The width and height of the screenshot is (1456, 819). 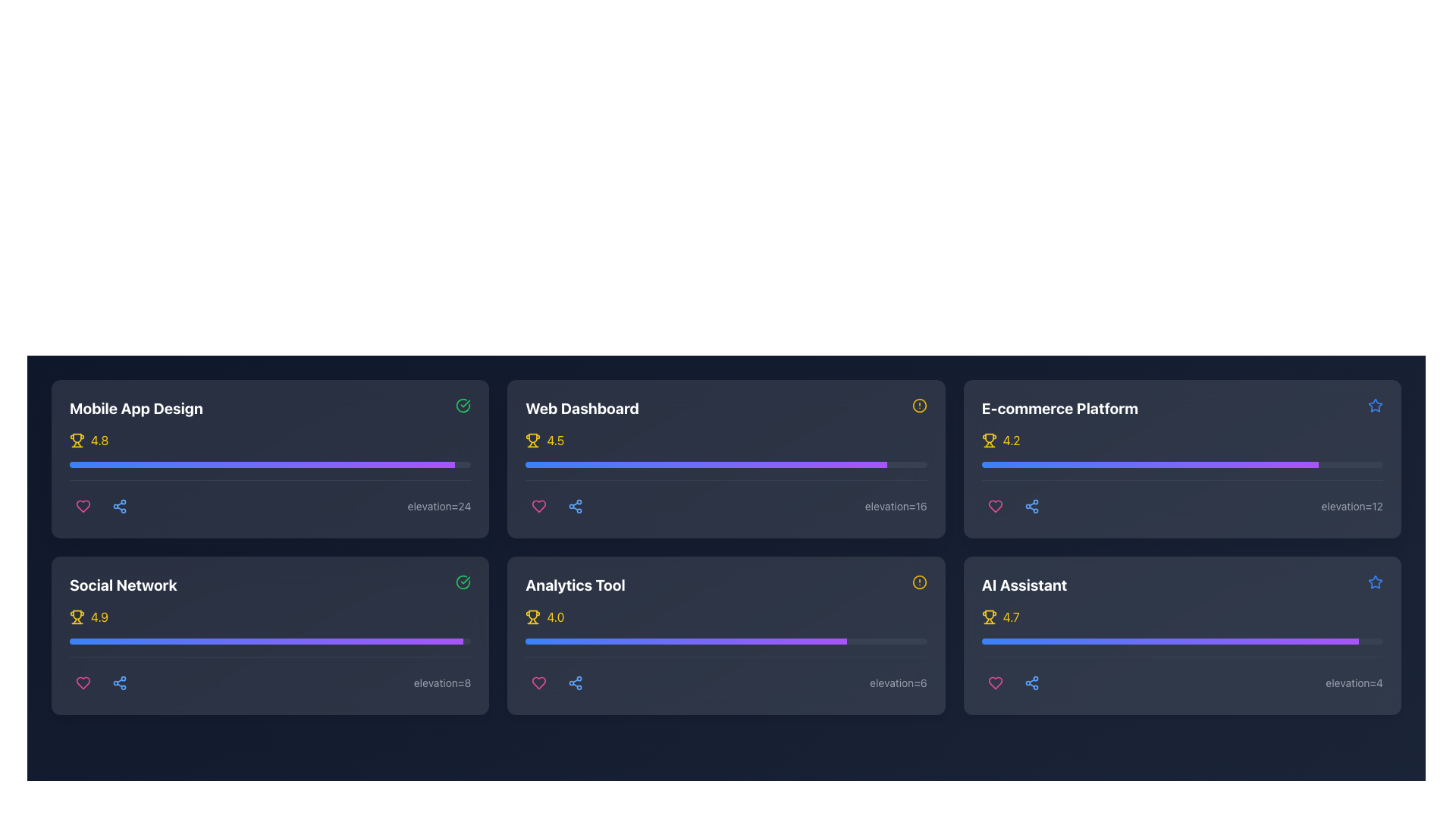 I want to click on the share button located at the bottom-right corner of the 'Analytics Tool' card, which is next to a heart-shaped button, so click(x=575, y=683).